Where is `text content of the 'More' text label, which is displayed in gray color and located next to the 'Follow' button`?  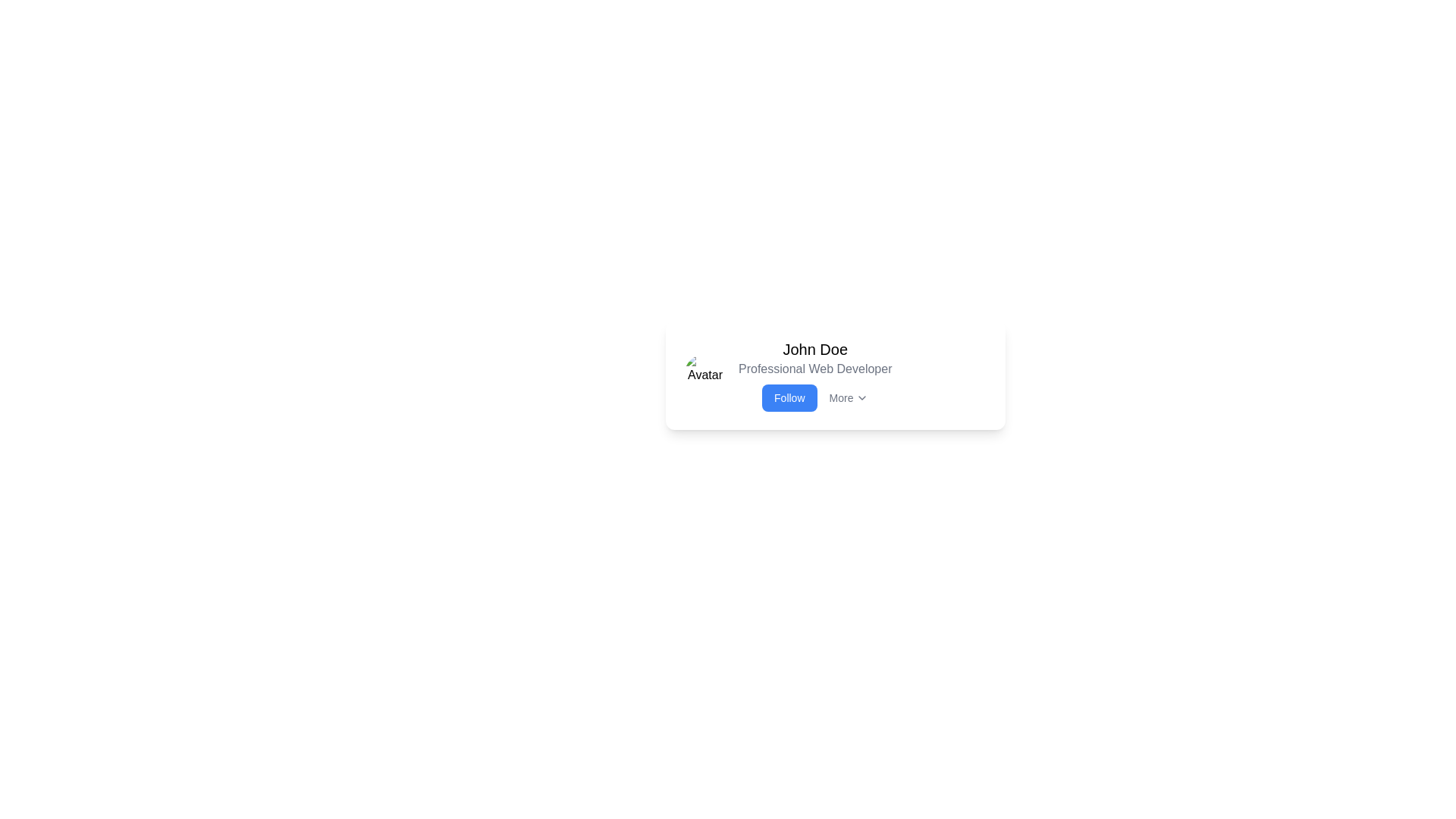 text content of the 'More' text label, which is displayed in gray color and located next to the 'Follow' button is located at coordinates (840, 397).